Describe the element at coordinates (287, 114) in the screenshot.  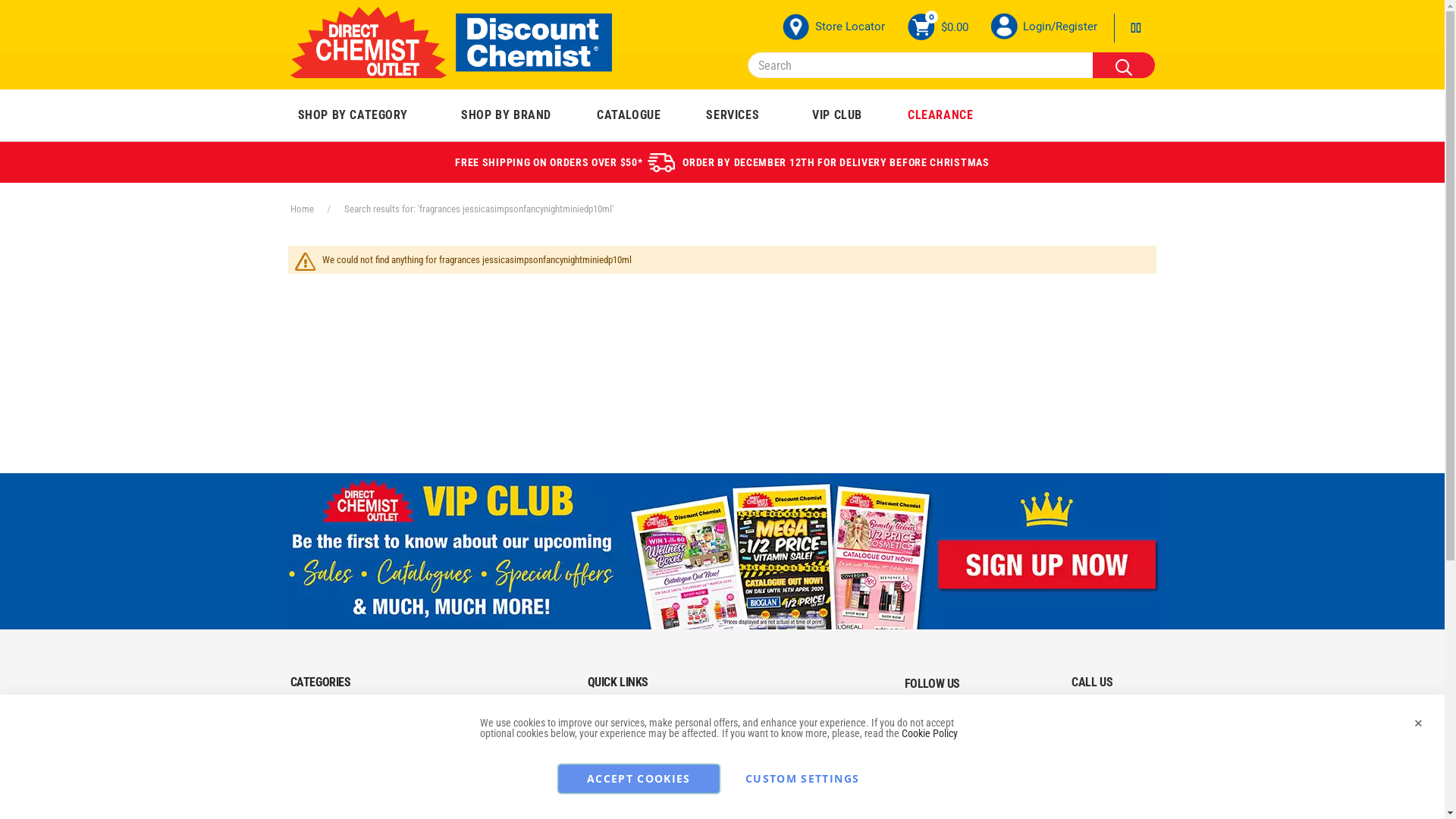
I see `'SHOP BY CATEGORY'` at that location.